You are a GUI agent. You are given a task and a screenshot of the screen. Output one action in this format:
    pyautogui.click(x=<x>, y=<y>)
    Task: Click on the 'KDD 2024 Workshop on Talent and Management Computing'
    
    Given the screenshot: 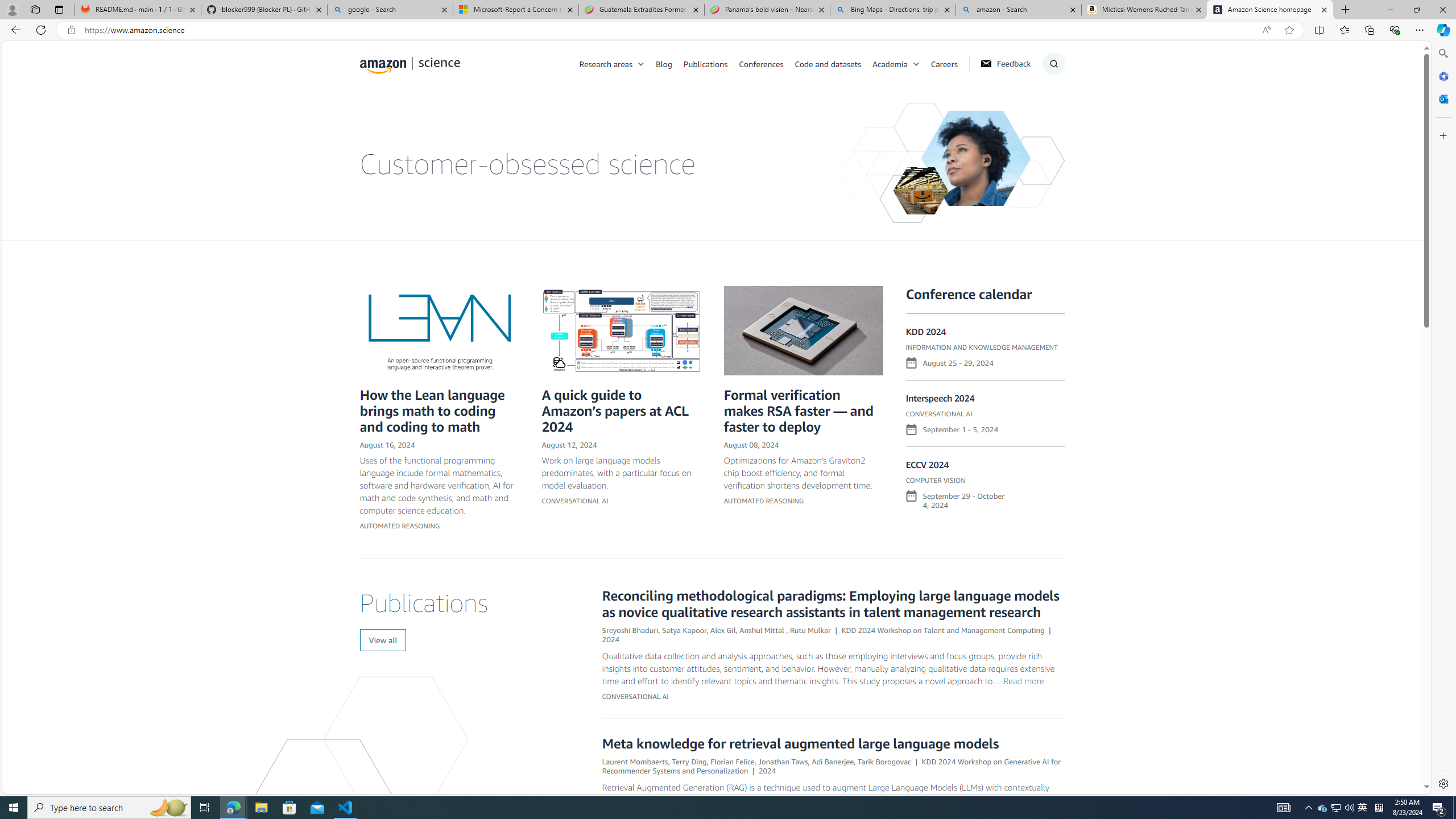 What is the action you would take?
    pyautogui.click(x=943, y=629)
    